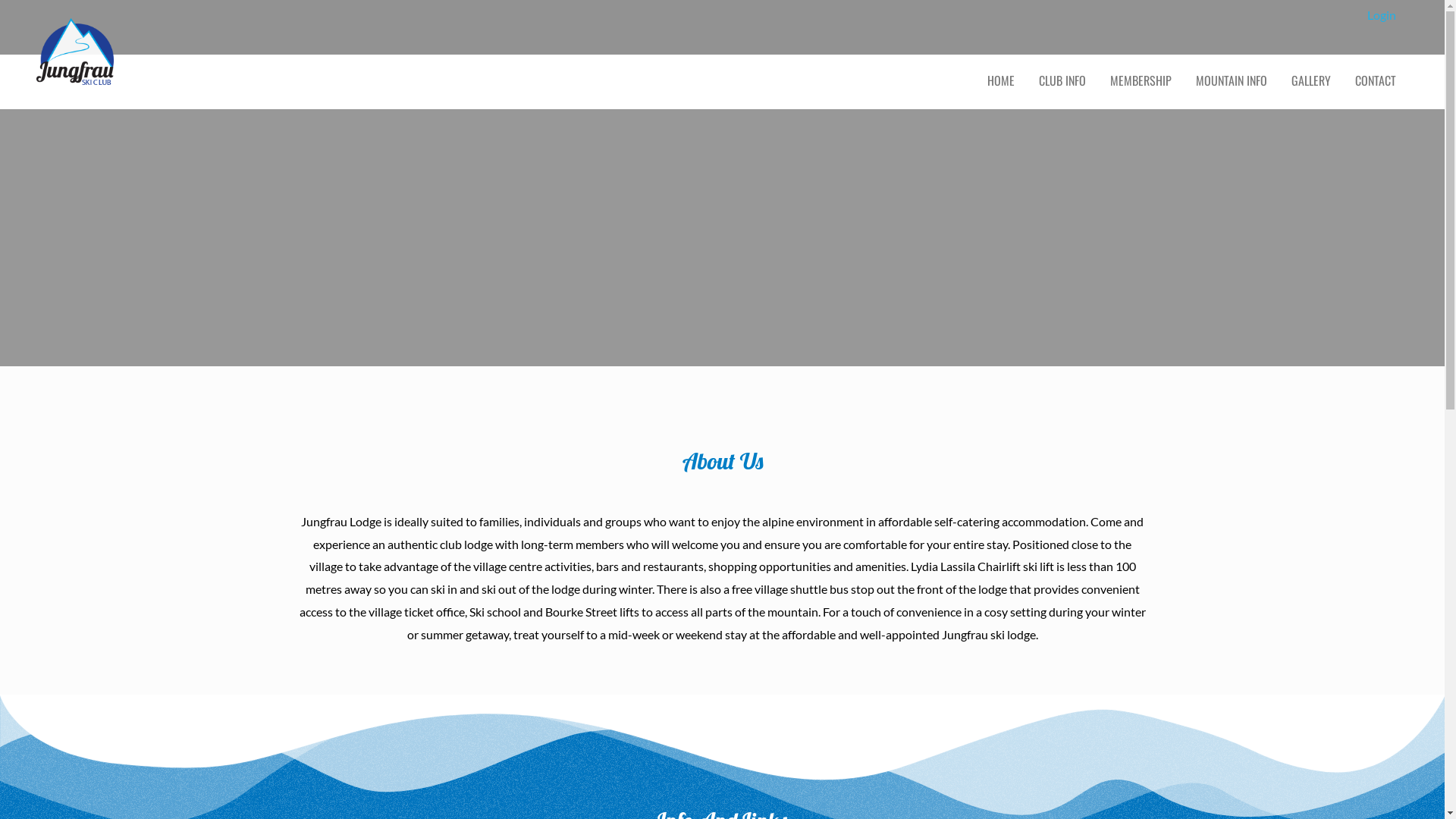 The image size is (1456, 819). Describe the element at coordinates (1382, 14) in the screenshot. I see `'Login'` at that location.